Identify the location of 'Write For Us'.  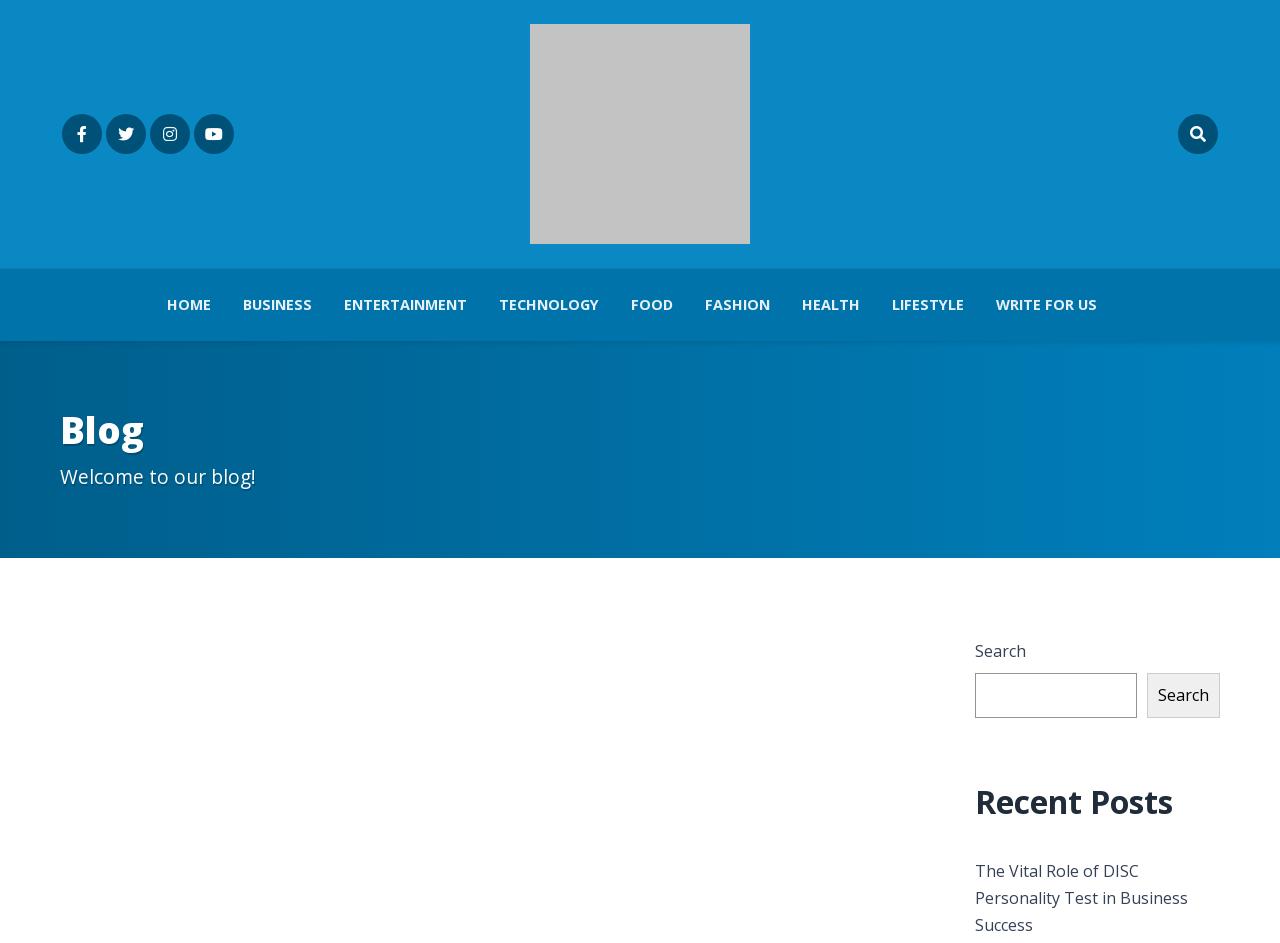
(1045, 303).